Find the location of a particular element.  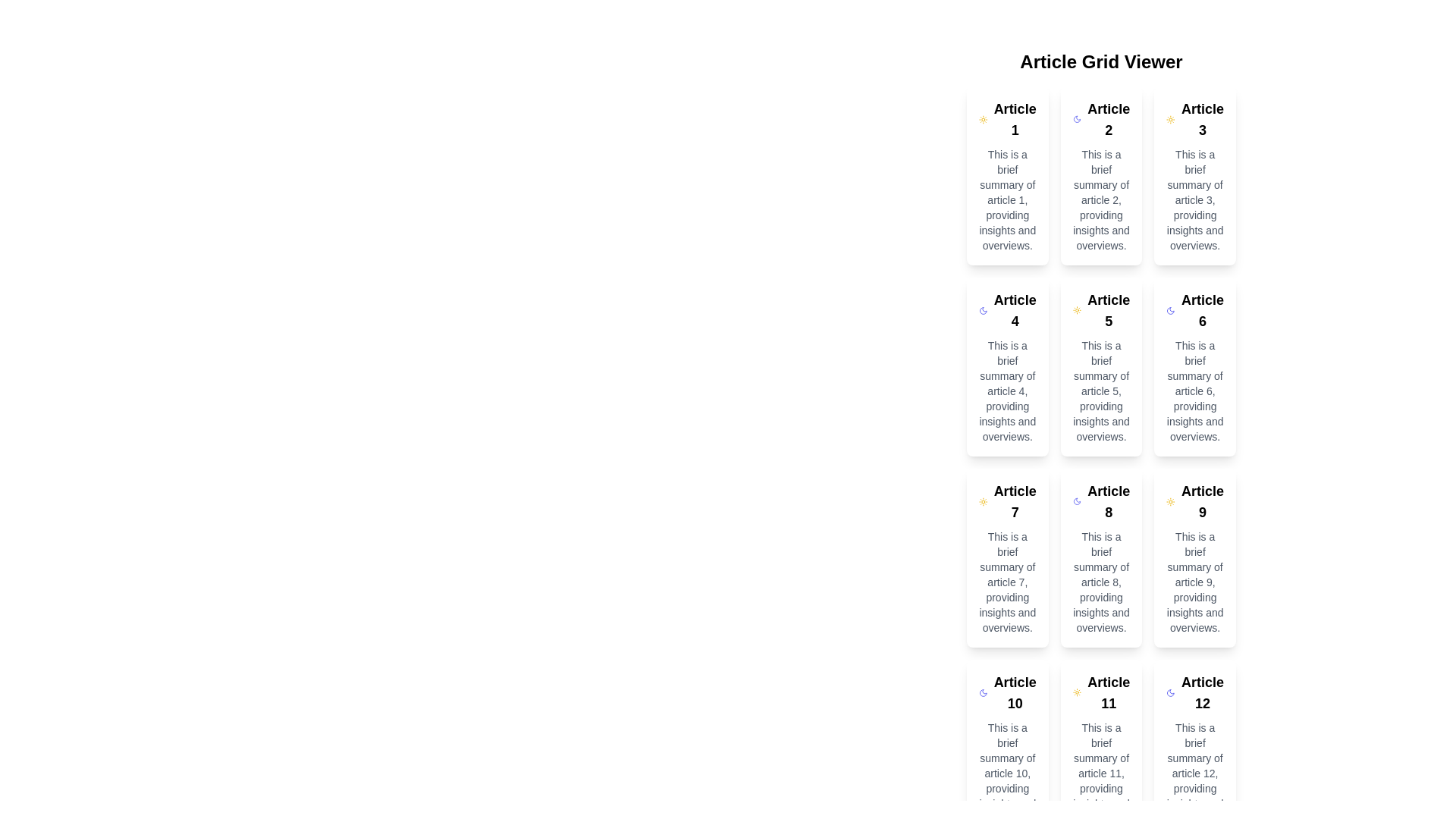

the multi-line text block with gray color that reads 'This is a brief summary of article 8, providing insights and overviews.' positioned below the title of 'Article 8' is located at coordinates (1101, 581).